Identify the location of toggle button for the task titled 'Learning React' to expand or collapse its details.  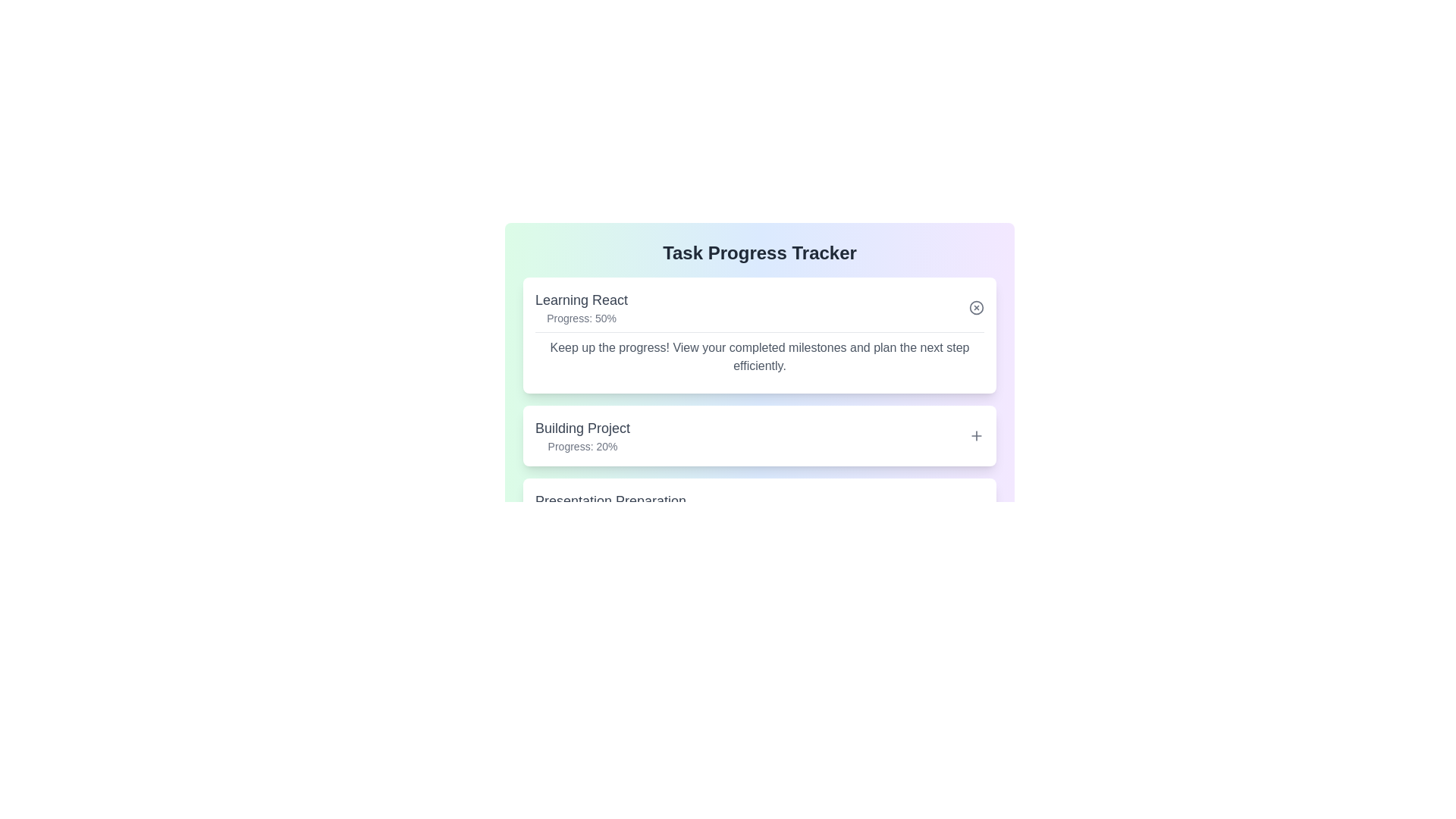
(976, 307).